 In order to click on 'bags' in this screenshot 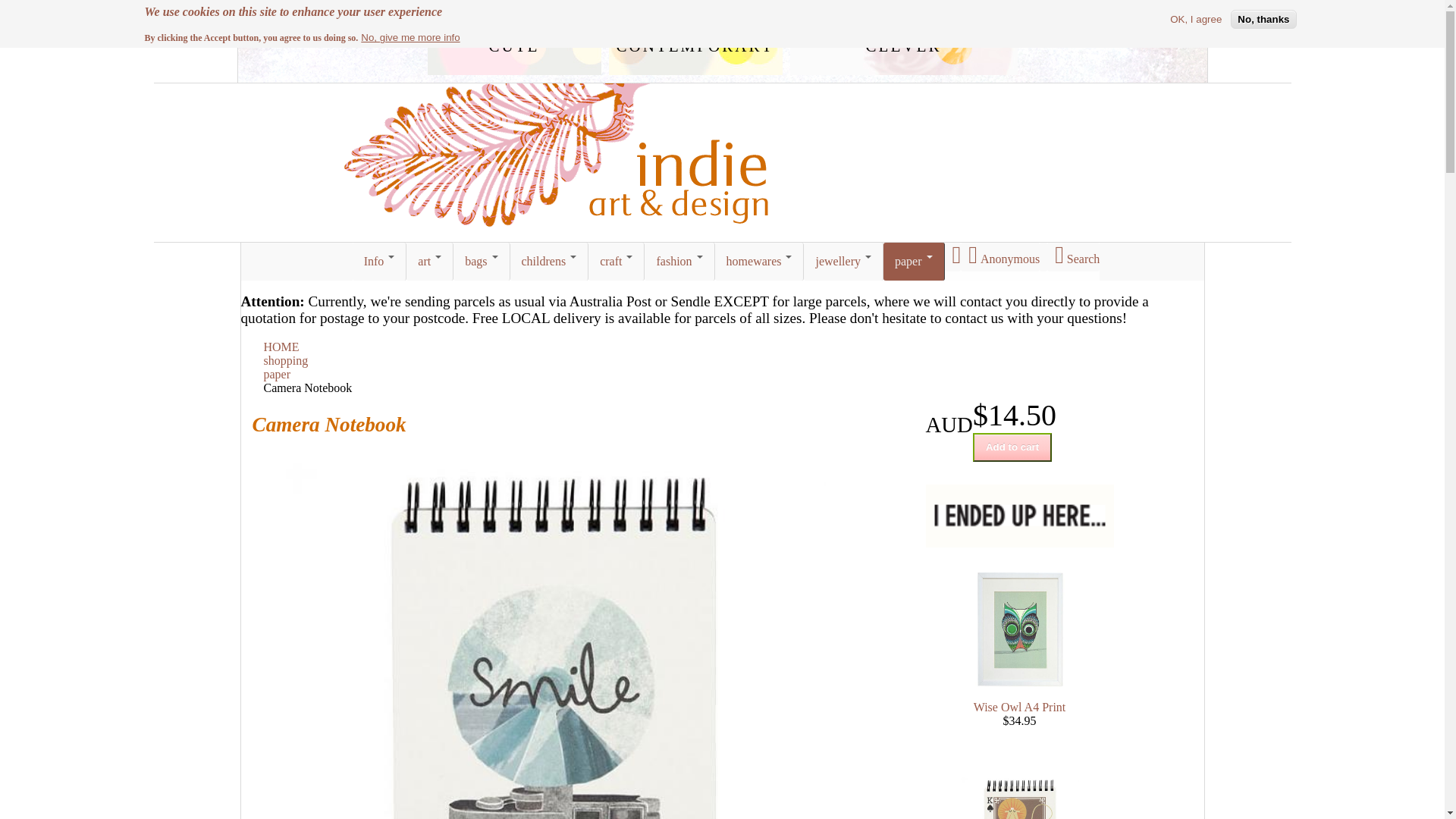, I will do `click(480, 260)`.